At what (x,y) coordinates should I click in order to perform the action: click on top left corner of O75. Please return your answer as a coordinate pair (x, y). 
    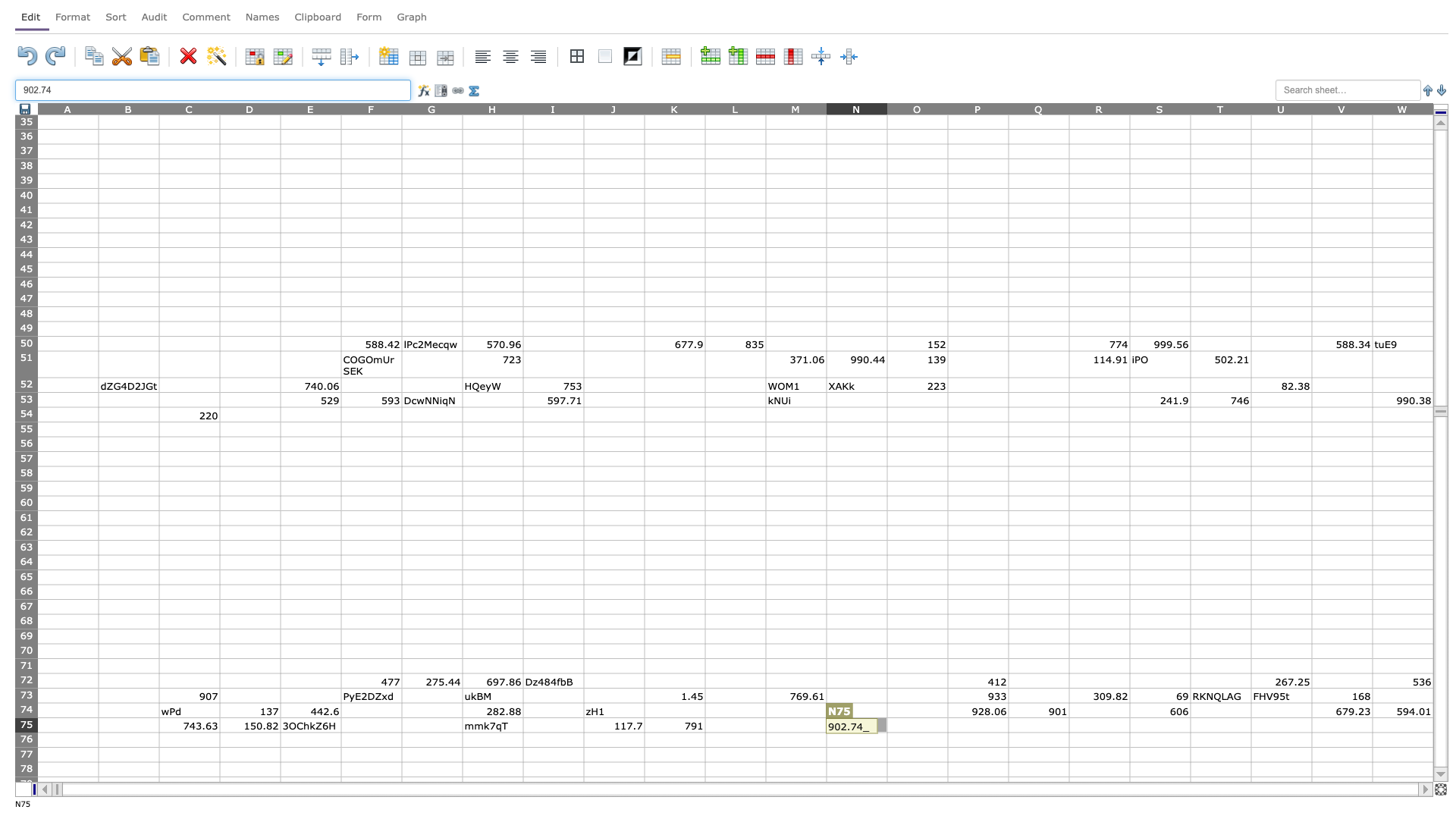
    Looking at the image, I should click on (887, 717).